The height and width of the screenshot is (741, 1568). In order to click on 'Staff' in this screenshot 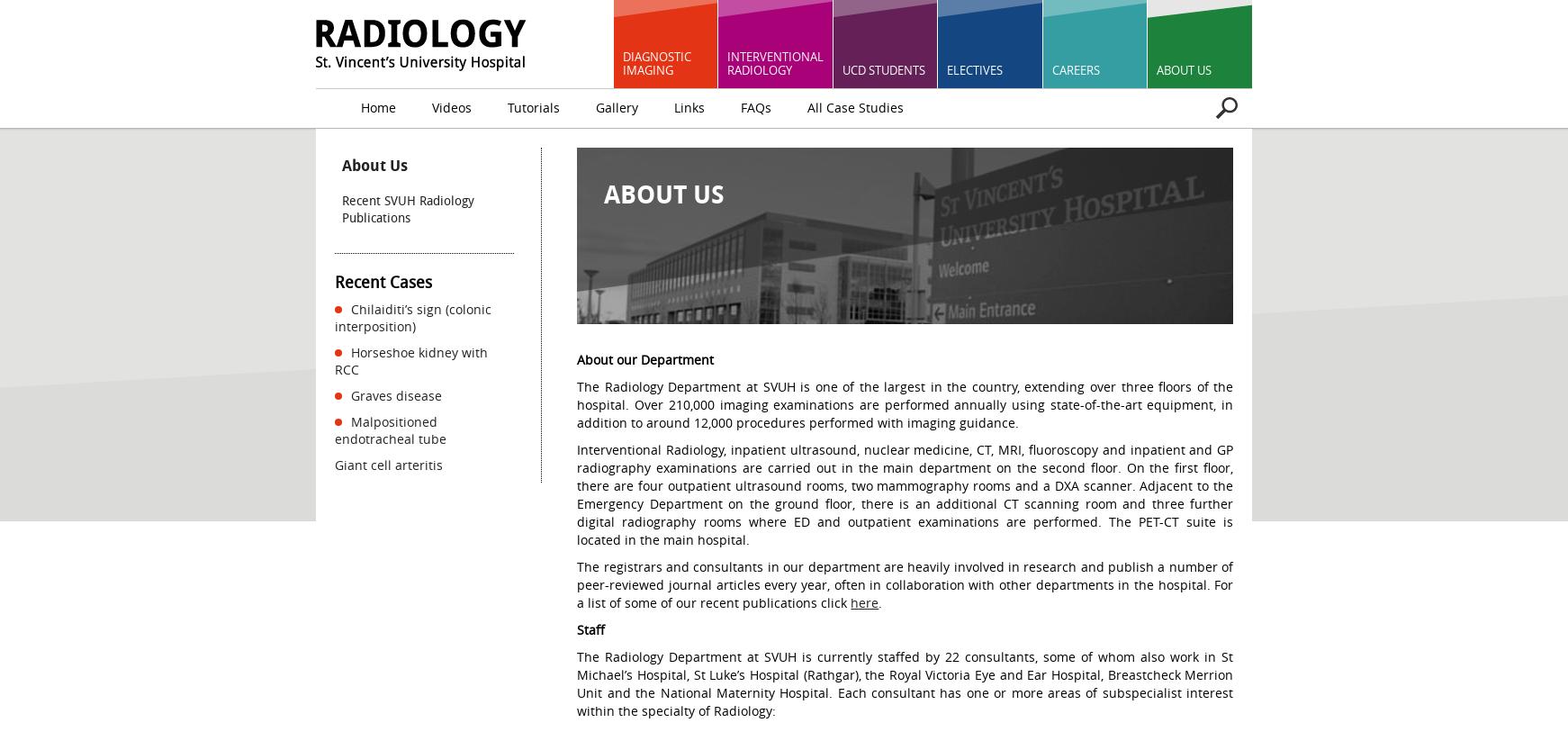, I will do `click(590, 628)`.